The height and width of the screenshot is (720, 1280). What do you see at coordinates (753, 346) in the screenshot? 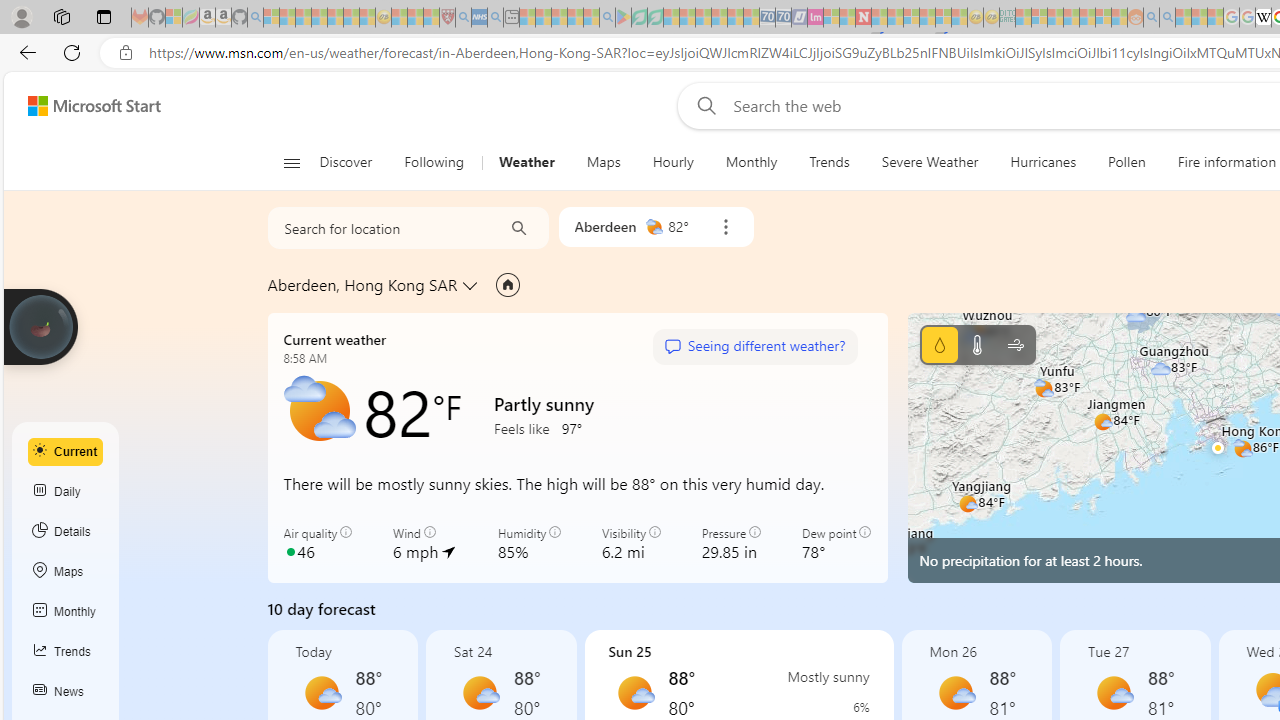
I see `'Seeing different weather?'` at bounding box center [753, 346].